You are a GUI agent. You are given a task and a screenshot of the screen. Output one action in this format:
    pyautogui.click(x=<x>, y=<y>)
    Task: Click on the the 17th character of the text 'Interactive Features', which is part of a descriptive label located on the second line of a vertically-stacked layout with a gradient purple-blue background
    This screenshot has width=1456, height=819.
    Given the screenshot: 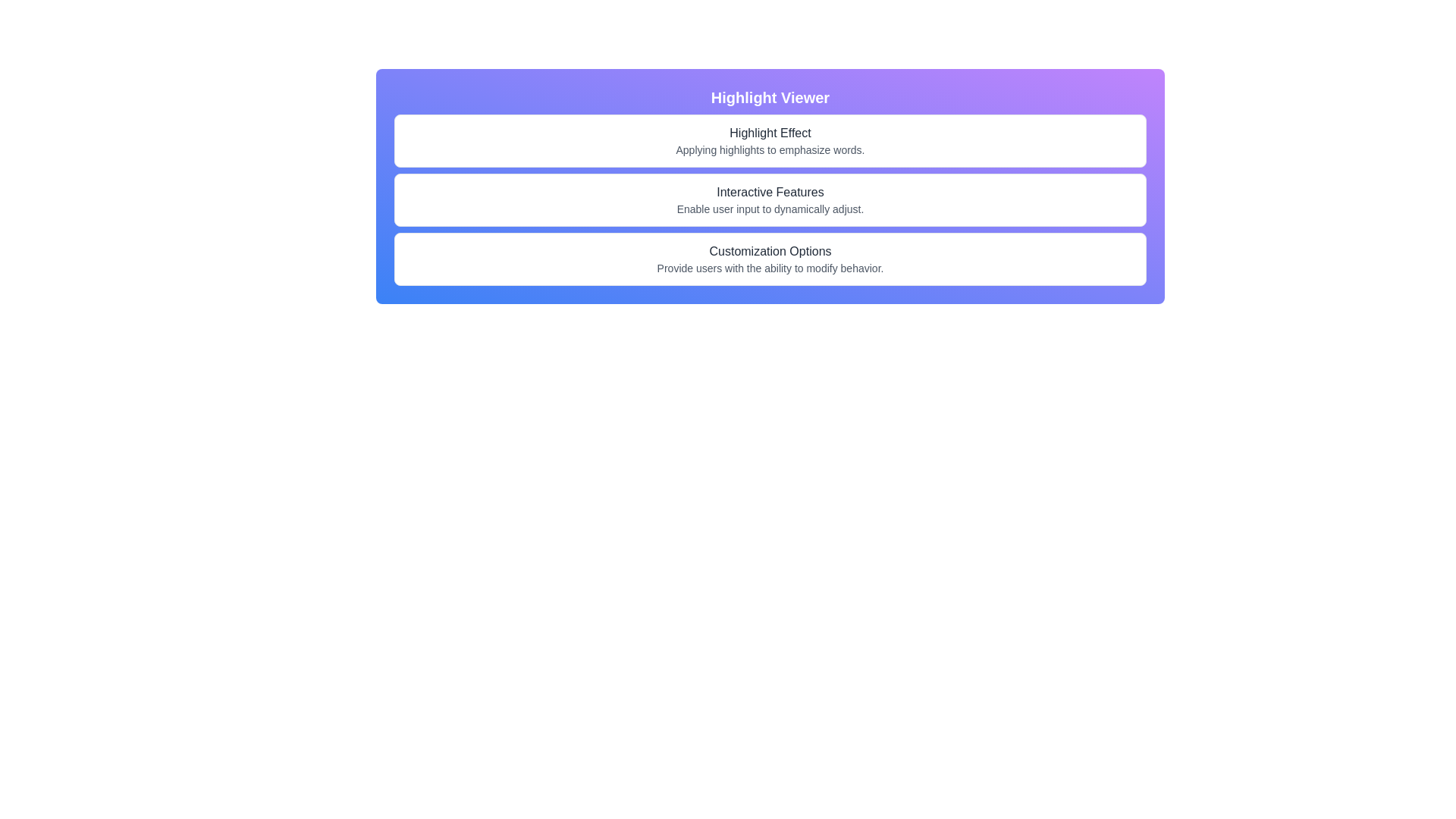 What is the action you would take?
    pyautogui.click(x=808, y=191)
    